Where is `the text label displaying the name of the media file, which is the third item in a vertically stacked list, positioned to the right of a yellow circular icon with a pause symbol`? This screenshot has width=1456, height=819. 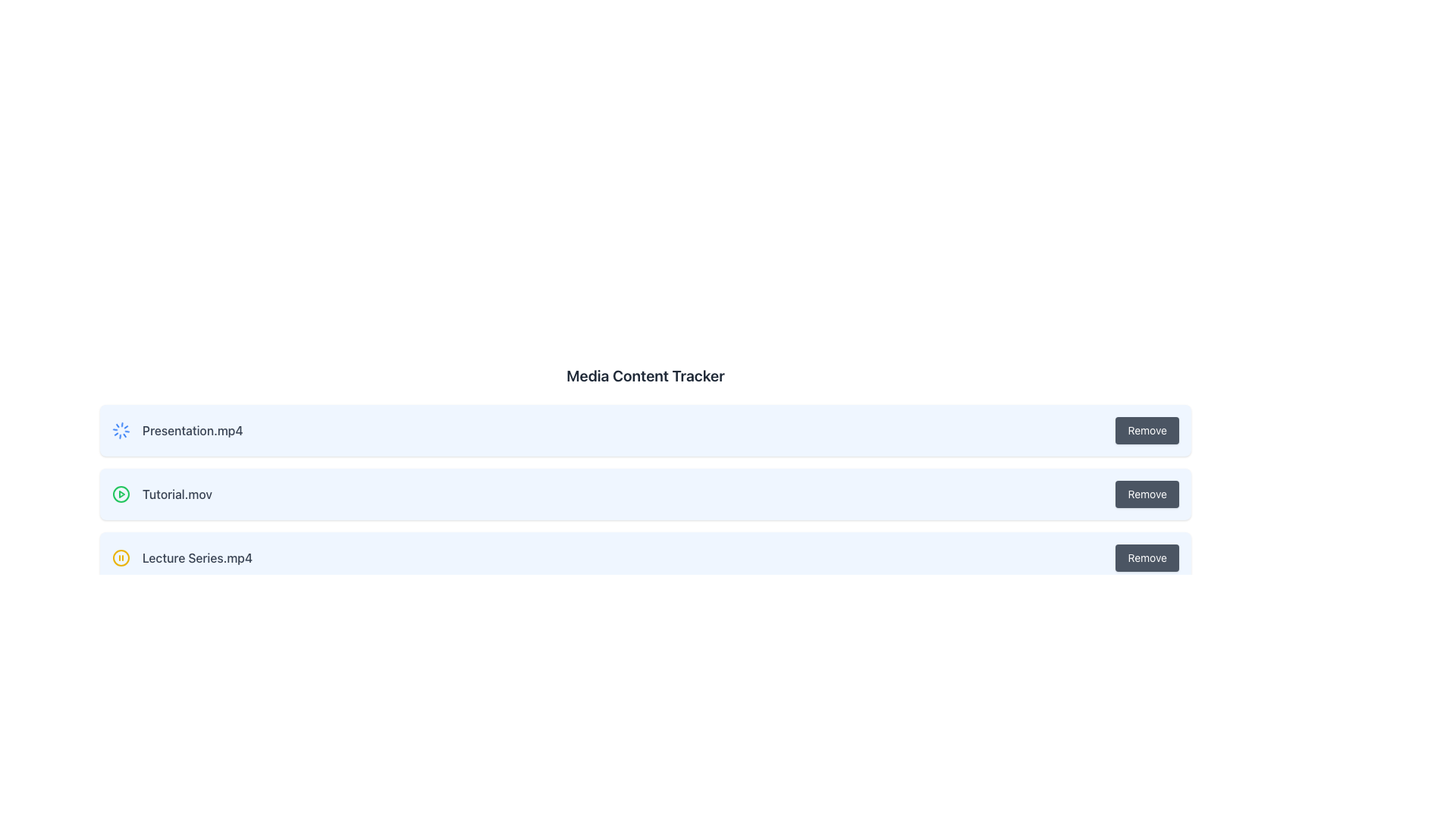
the text label displaying the name of the media file, which is the third item in a vertically stacked list, positioned to the right of a yellow circular icon with a pause symbol is located at coordinates (196, 558).